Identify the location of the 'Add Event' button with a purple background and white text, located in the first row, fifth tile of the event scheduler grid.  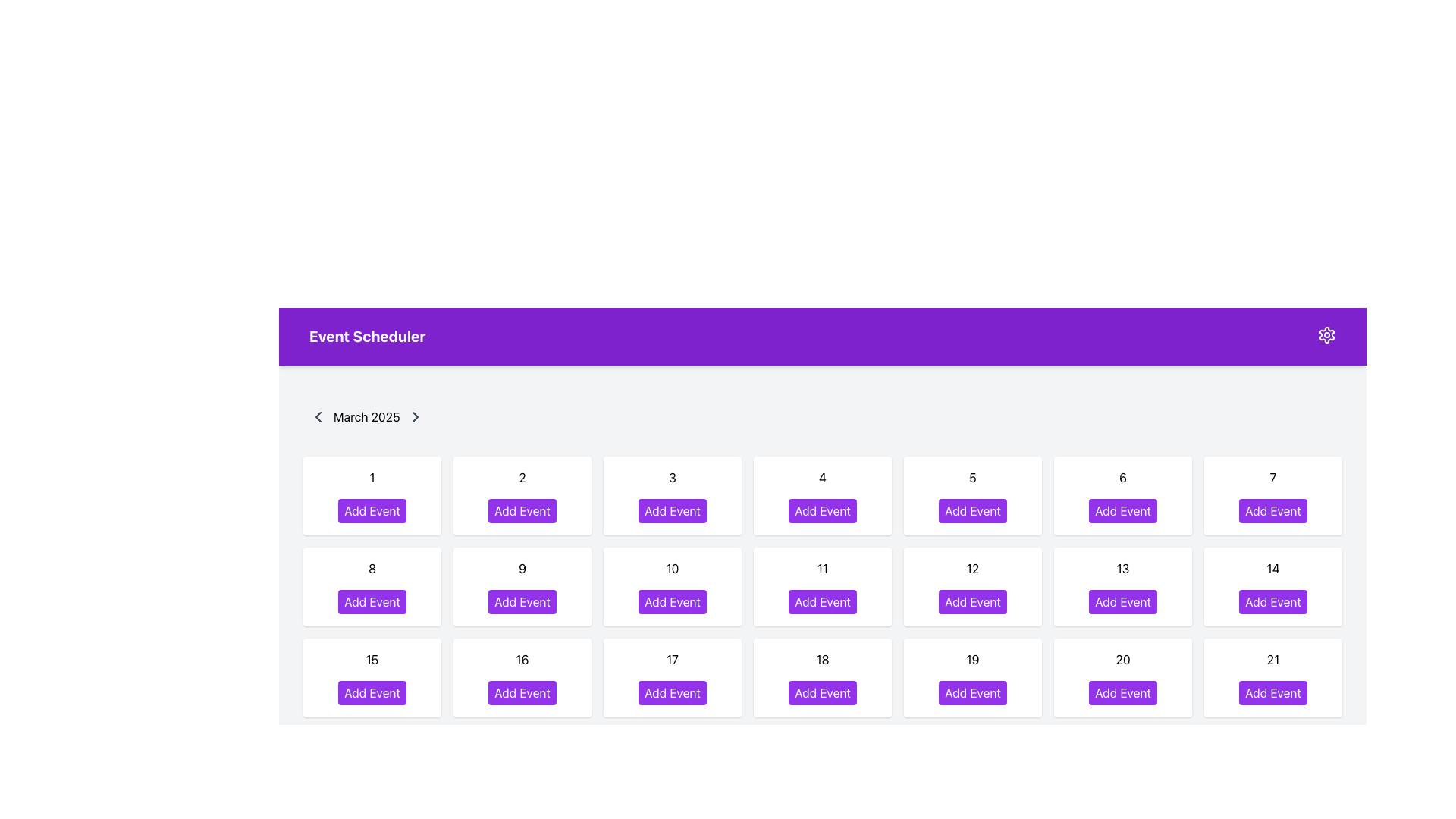
(972, 511).